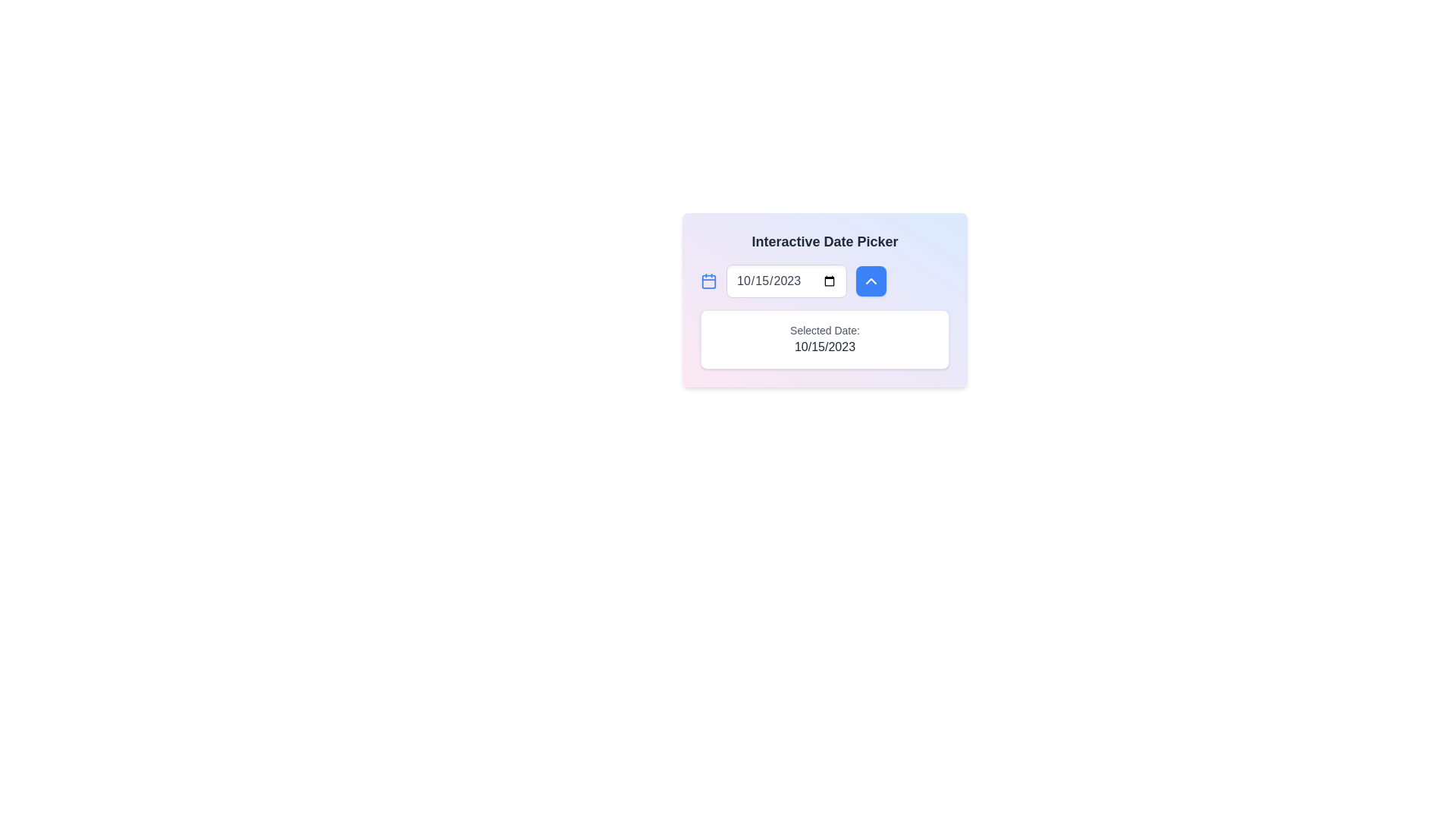 Image resolution: width=1456 pixels, height=819 pixels. Describe the element at coordinates (871, 281) in the screenshot. I see `the small blue button with a white upward-pointing chevron icon, located at the right end of the date selection input field` at that location.